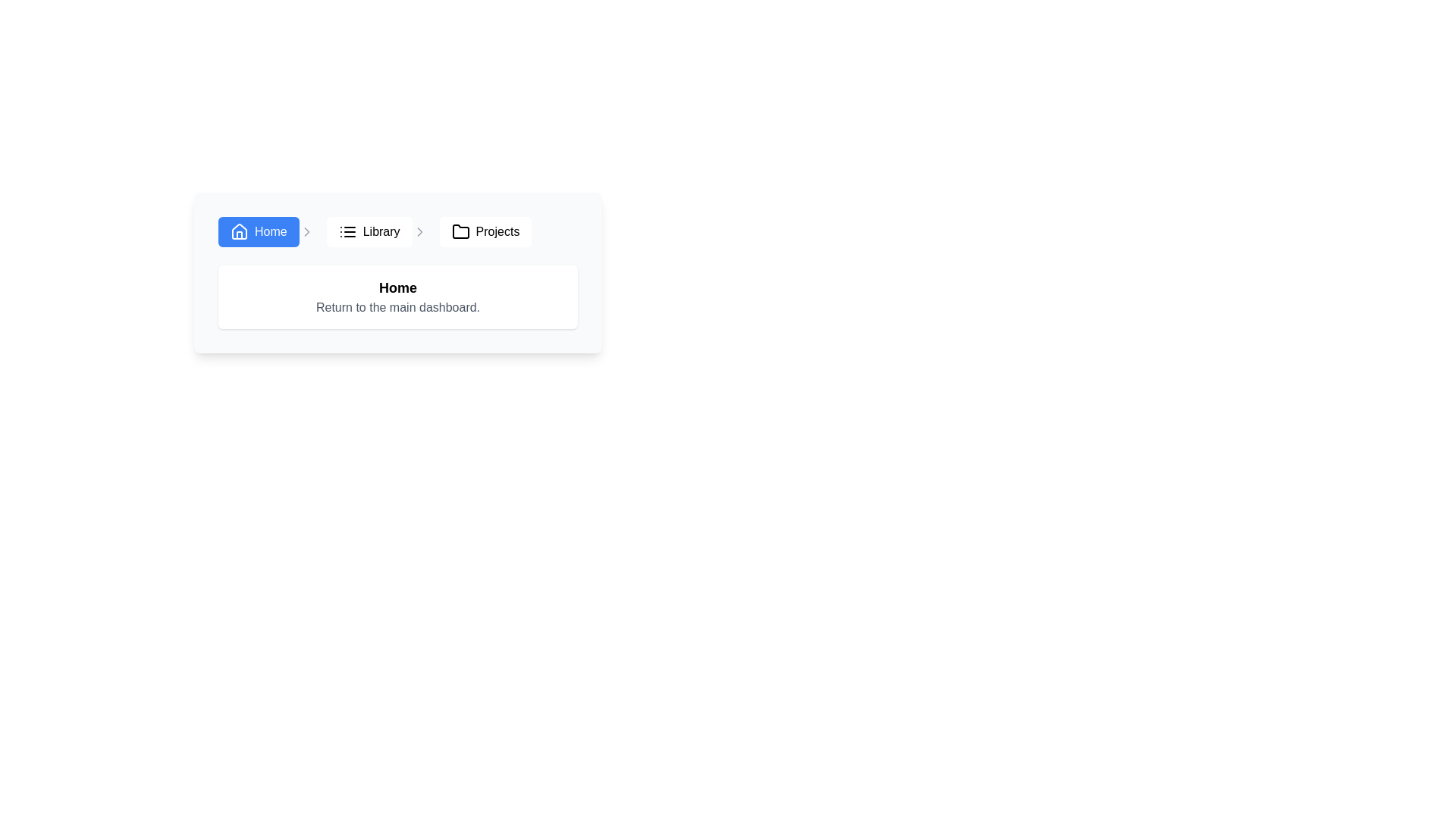  Describe the element at coordinates (306, 231) in the screenshot. I see `the small gray chevron icon pointing to the right, which is located next to the 'Home' button in the breadcrumb navigation bar` at that location.